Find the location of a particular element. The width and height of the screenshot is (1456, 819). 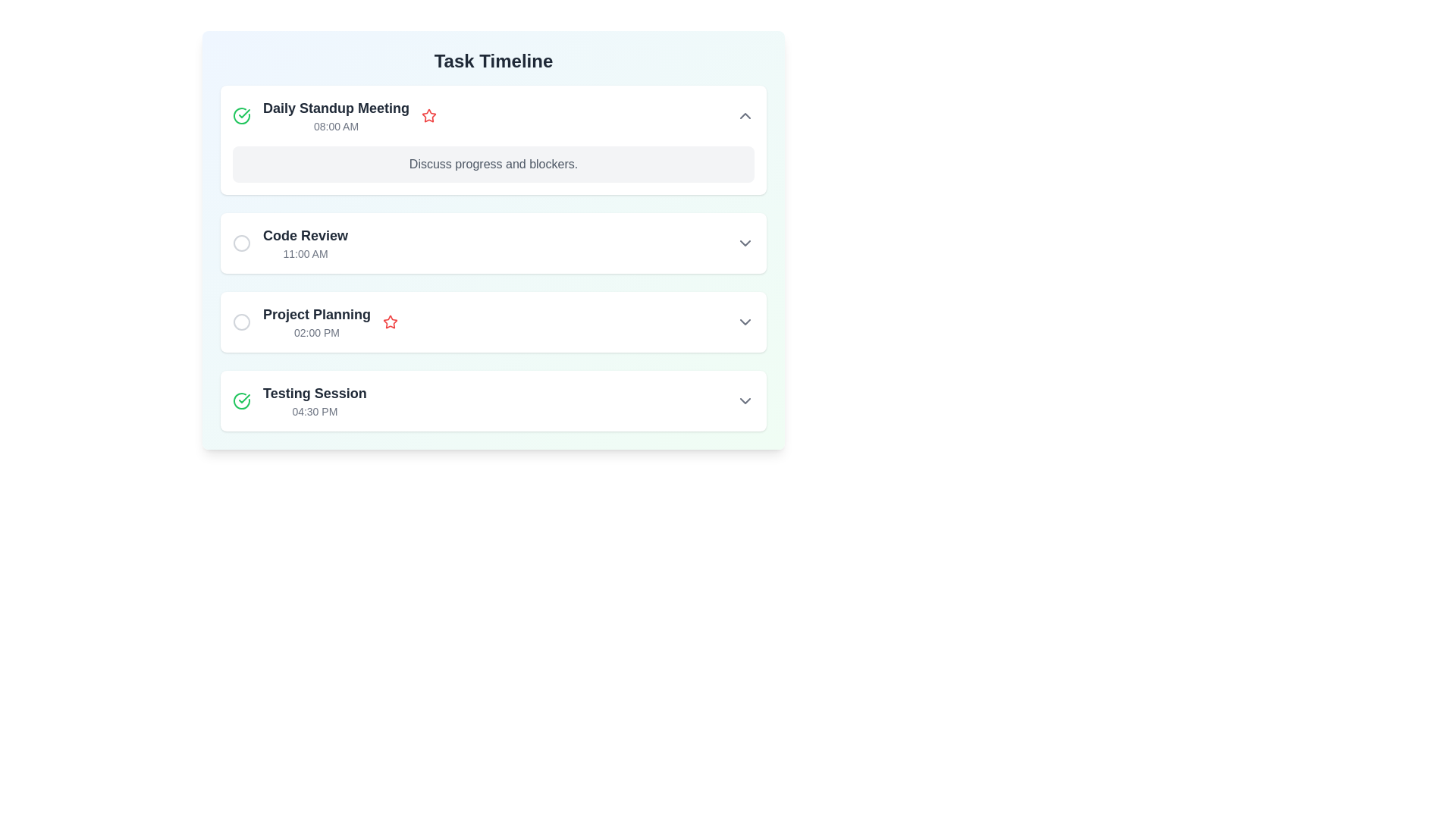

the textual label group representing the task entry in the third position of the 'Task Timeline', located between 'Code Review' and 'Testing Session' is located at coordinates (315, 321).